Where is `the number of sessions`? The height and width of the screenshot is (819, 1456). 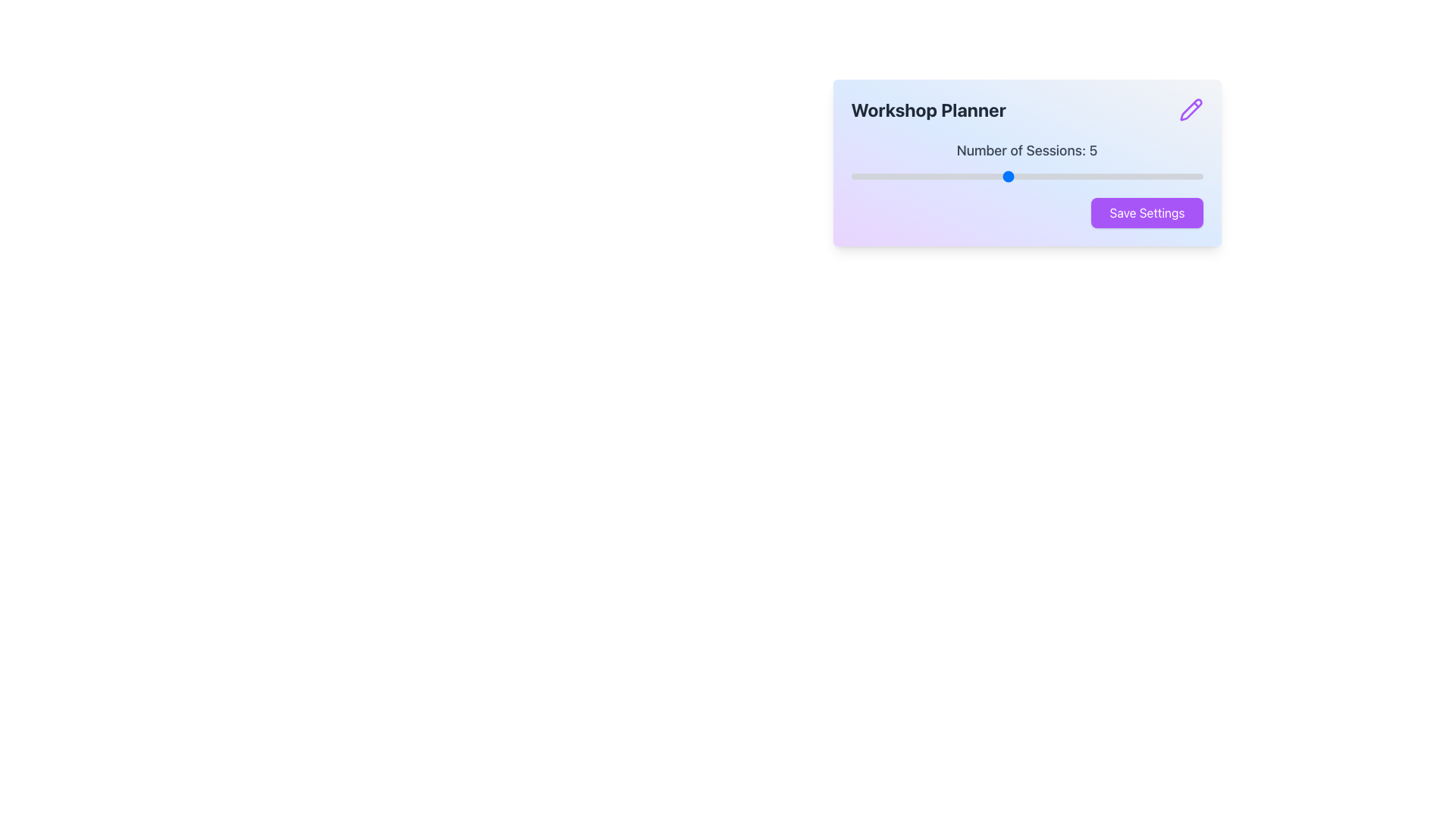
the number of sessions is located at coordinates (968, 175).